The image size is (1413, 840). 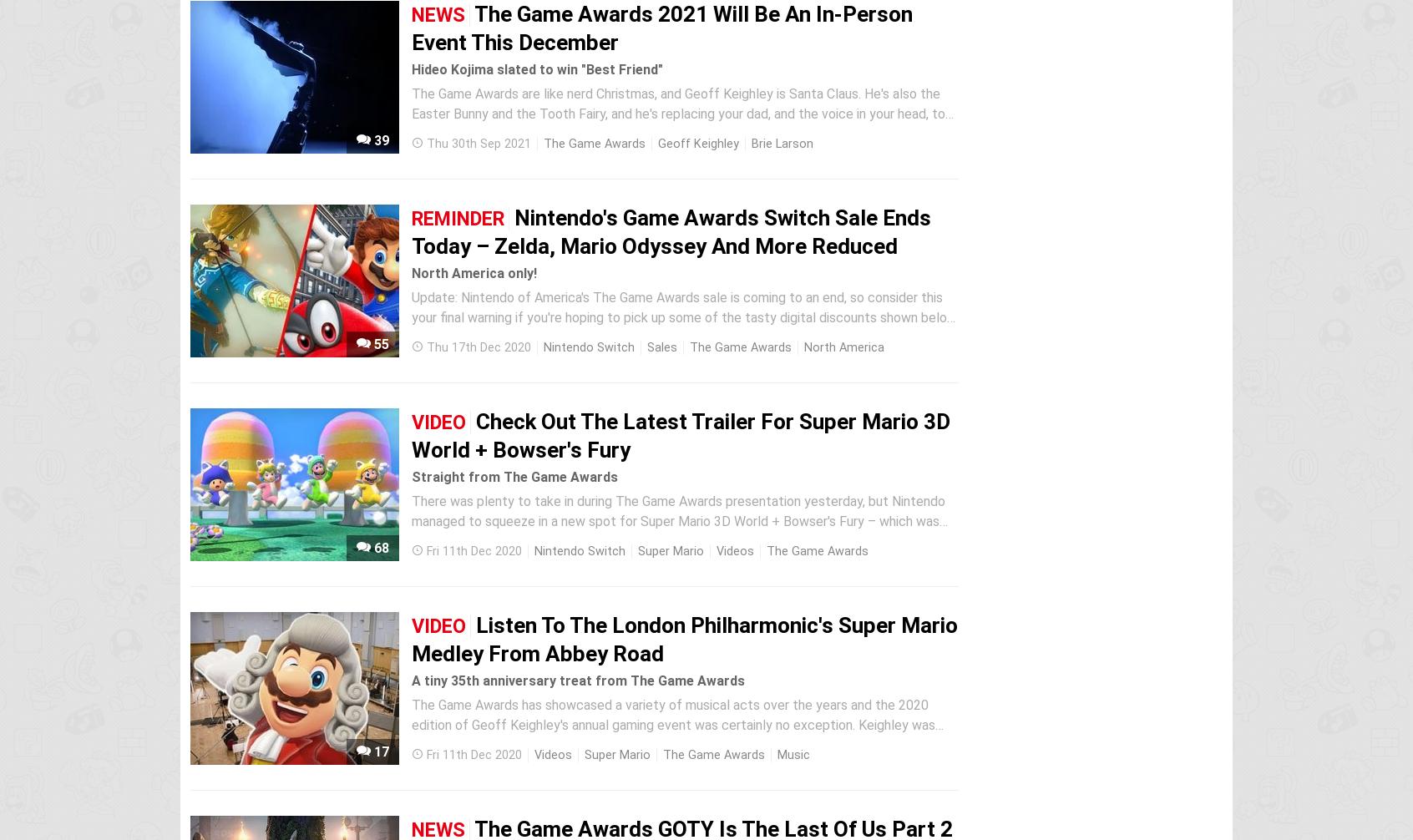 What do you see at coordinates (478, 144) in the screenshot?
I see `'Thu 30th Sep 2021'` at bounding box center [478, 144].